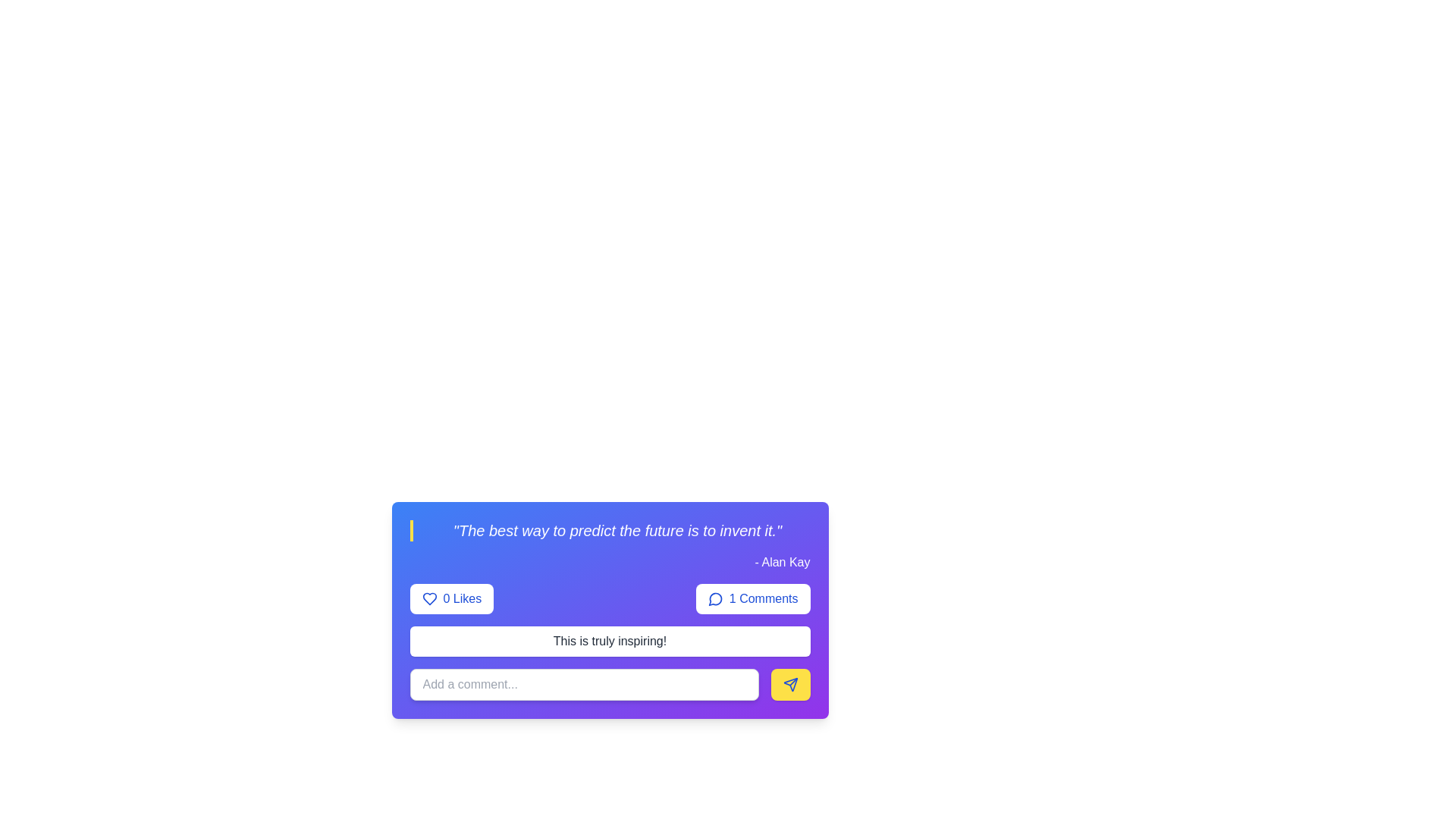  I want to click on the blue outlined speech bubble-shaped icon located to the left of the '1 Comments' text button, so click(714, 598).